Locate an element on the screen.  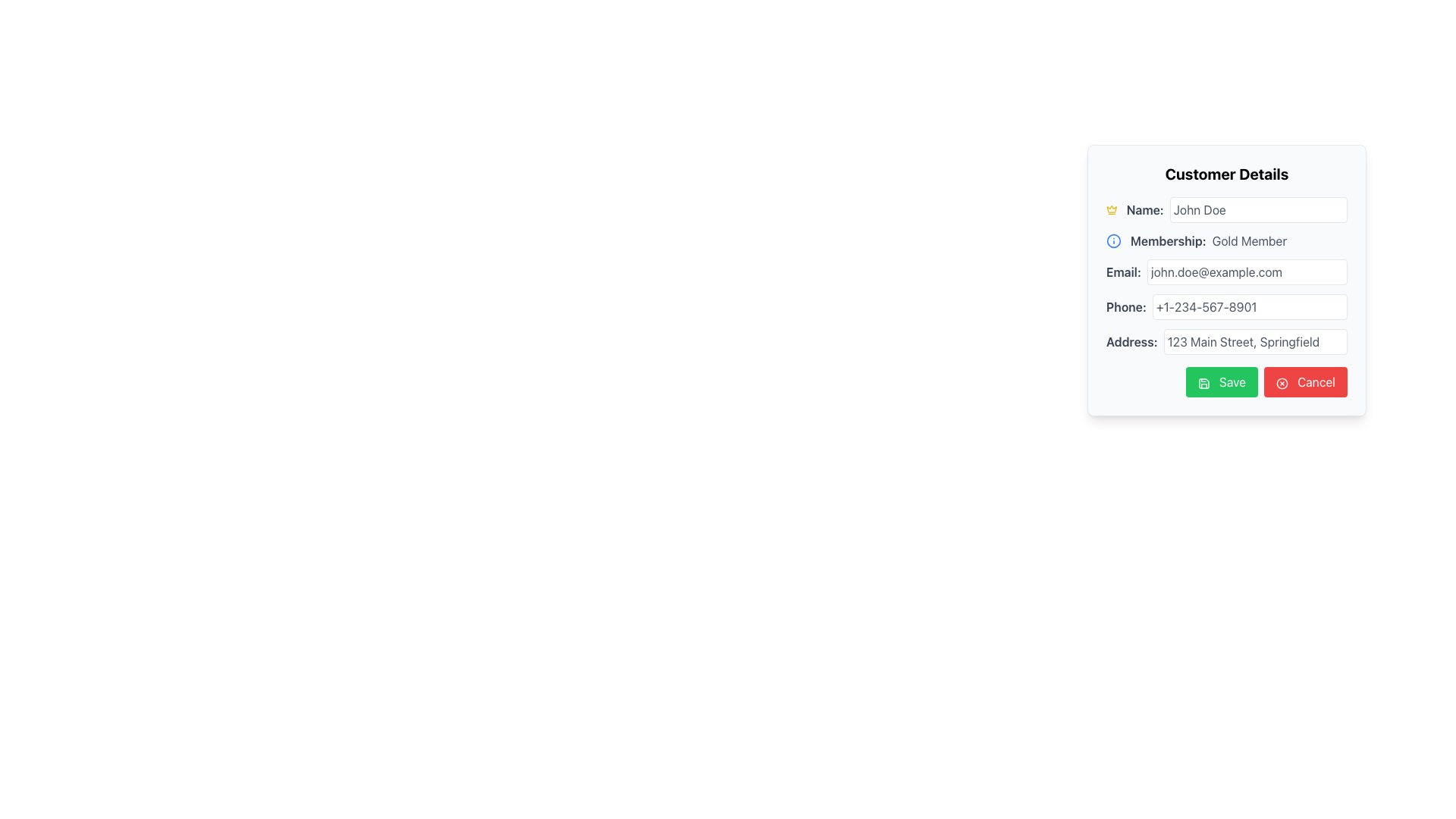
the Cancel icon located on the left side of the Cancel button, which visually represents the Cancel action is located at coordinates (1281, 382).